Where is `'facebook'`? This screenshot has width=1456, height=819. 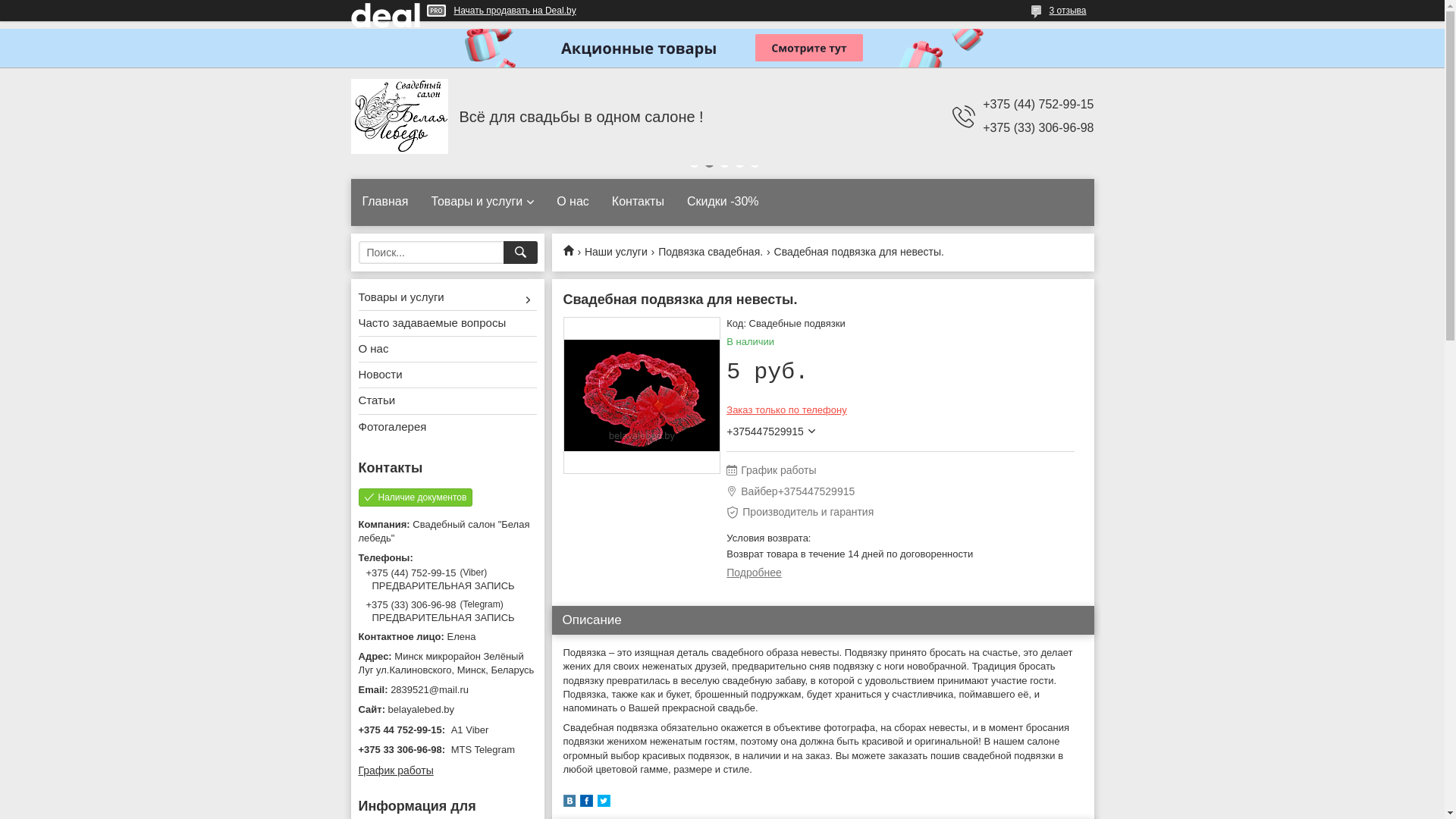
'facebook' is located at coordinates (585, 802).